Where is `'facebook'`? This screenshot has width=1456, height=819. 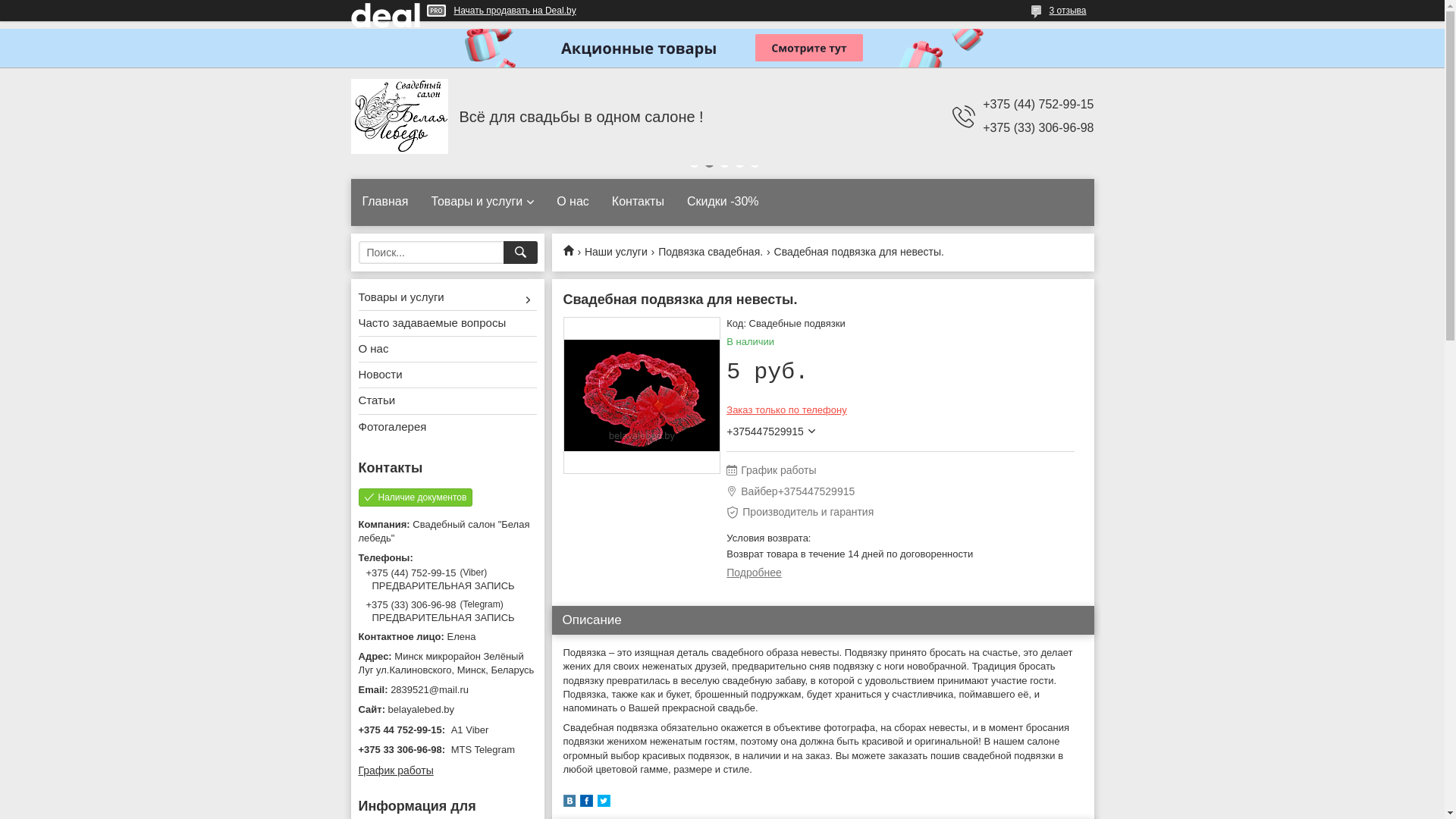
'facebook' is located at coordinates (585, 802).